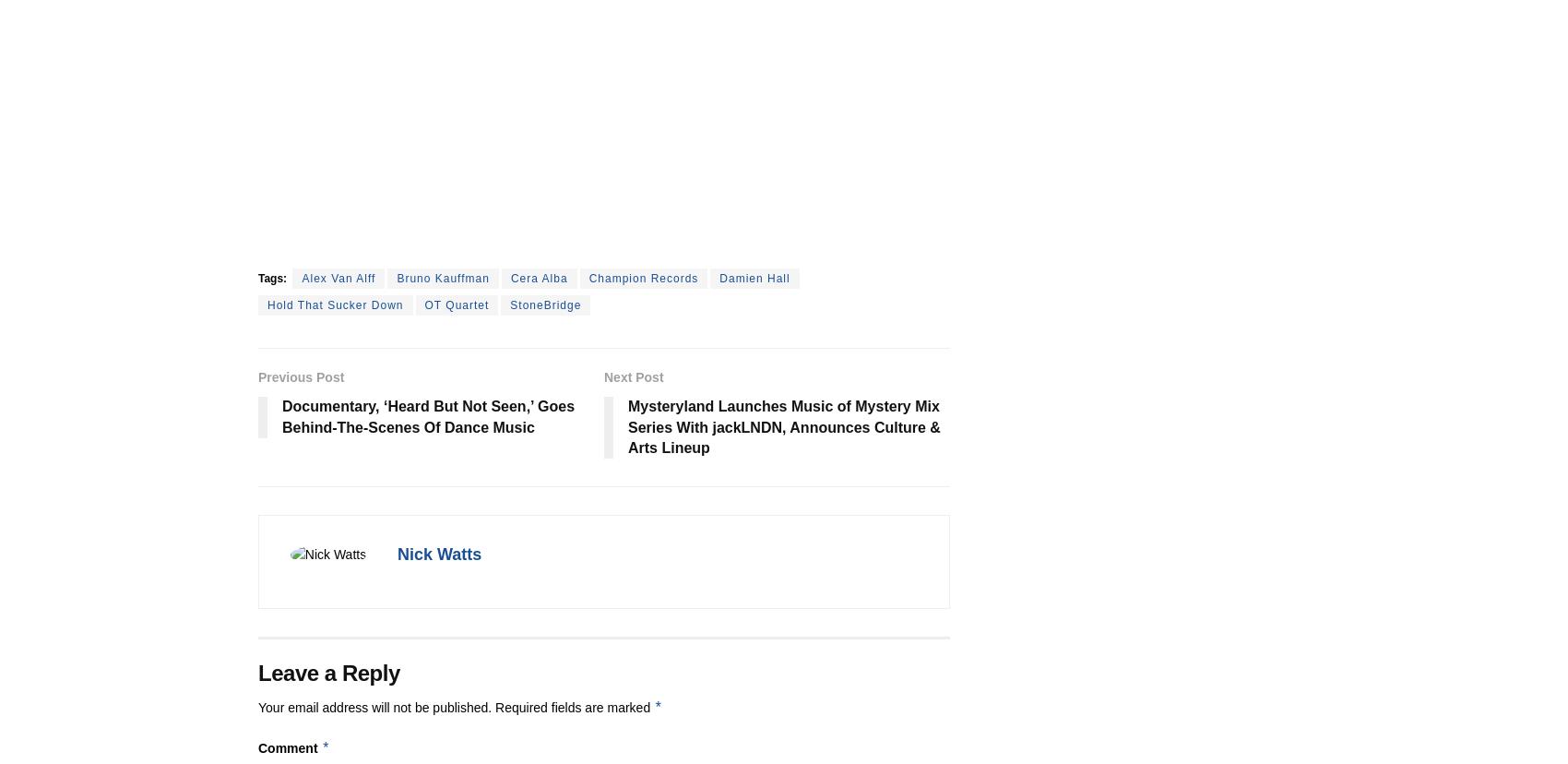  I want to click on 'Previous Post', so click(300, 376).